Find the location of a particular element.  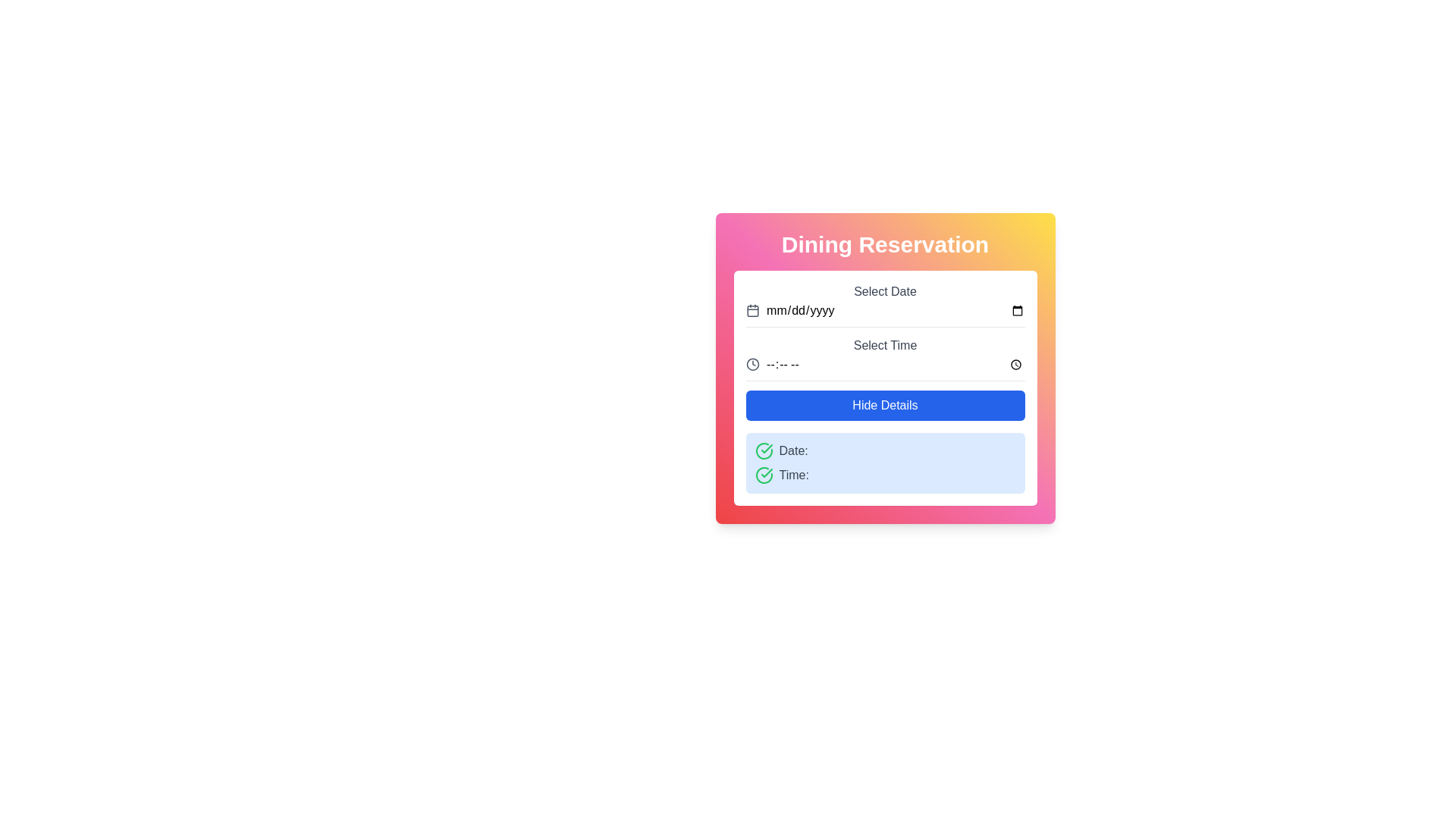

the input field associated with the 'Select Time' label located in the 'Dining Reservation' section by clicking on it is located at coordinates (885, 345).